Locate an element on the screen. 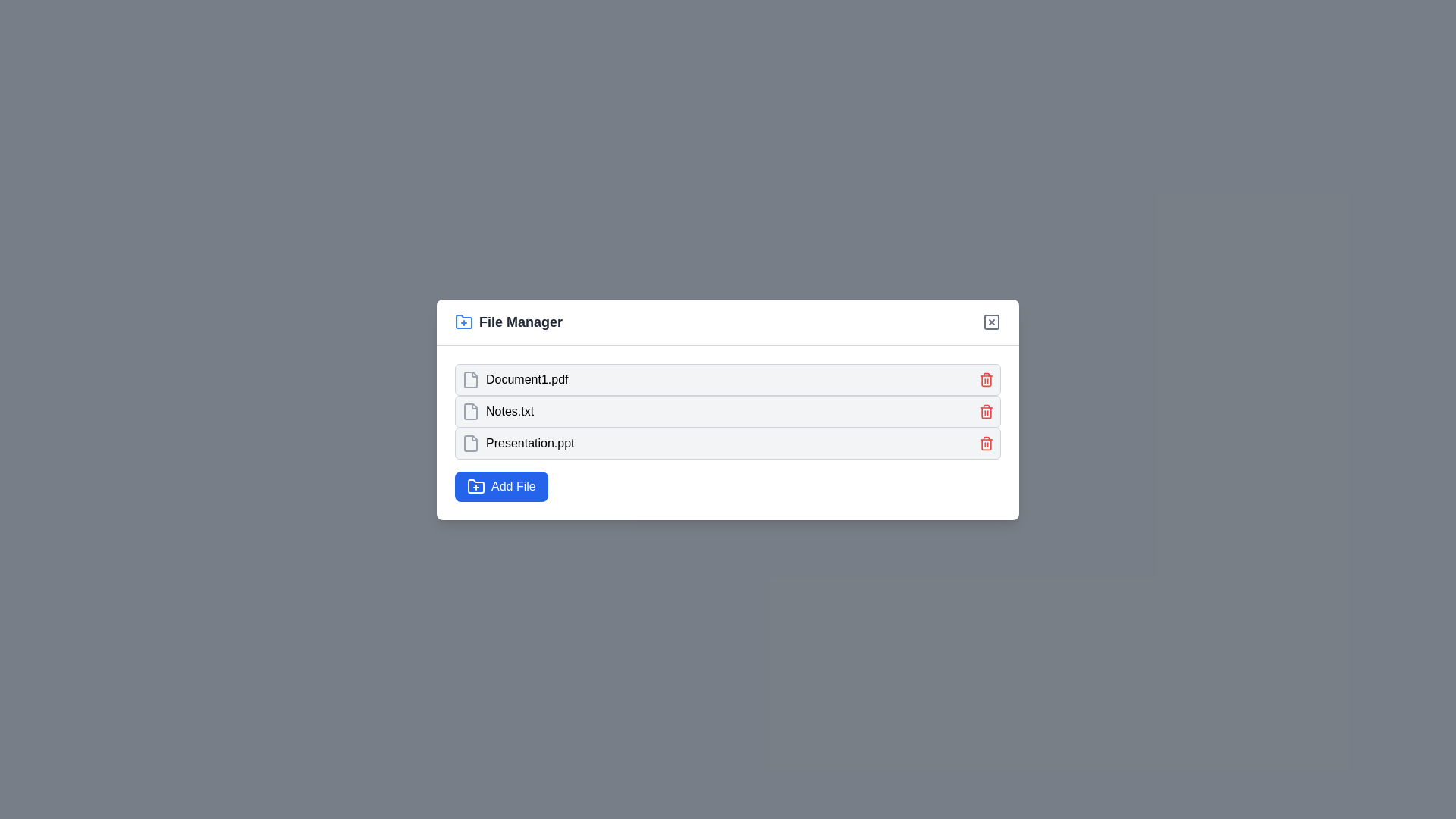 The width and height of the screenshot is (1456, 819). the static text label representing the name of the file, which is the third item in a vertical list of file entries positioned below 'Notes.txt' and above the 'Add File' button is located at coordinates (530, 443).